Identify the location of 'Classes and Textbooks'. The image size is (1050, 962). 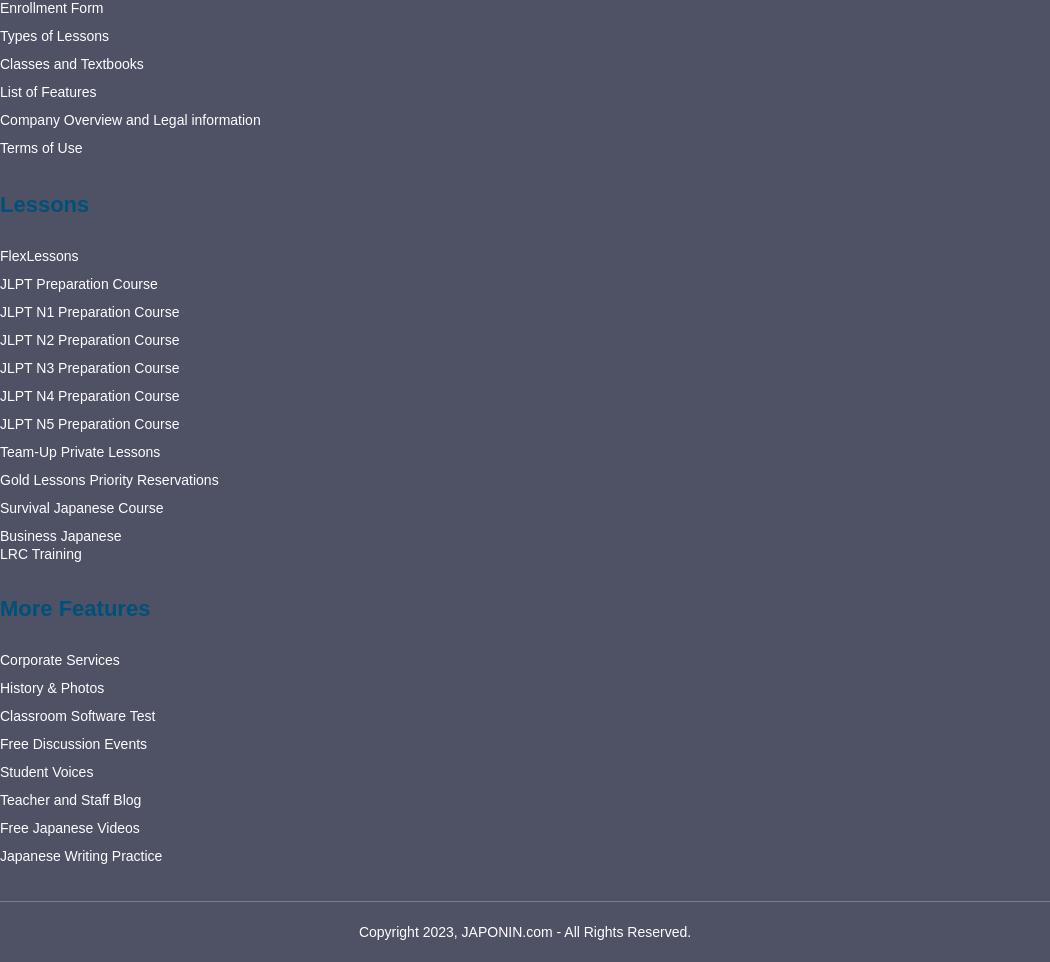
(70, 63).